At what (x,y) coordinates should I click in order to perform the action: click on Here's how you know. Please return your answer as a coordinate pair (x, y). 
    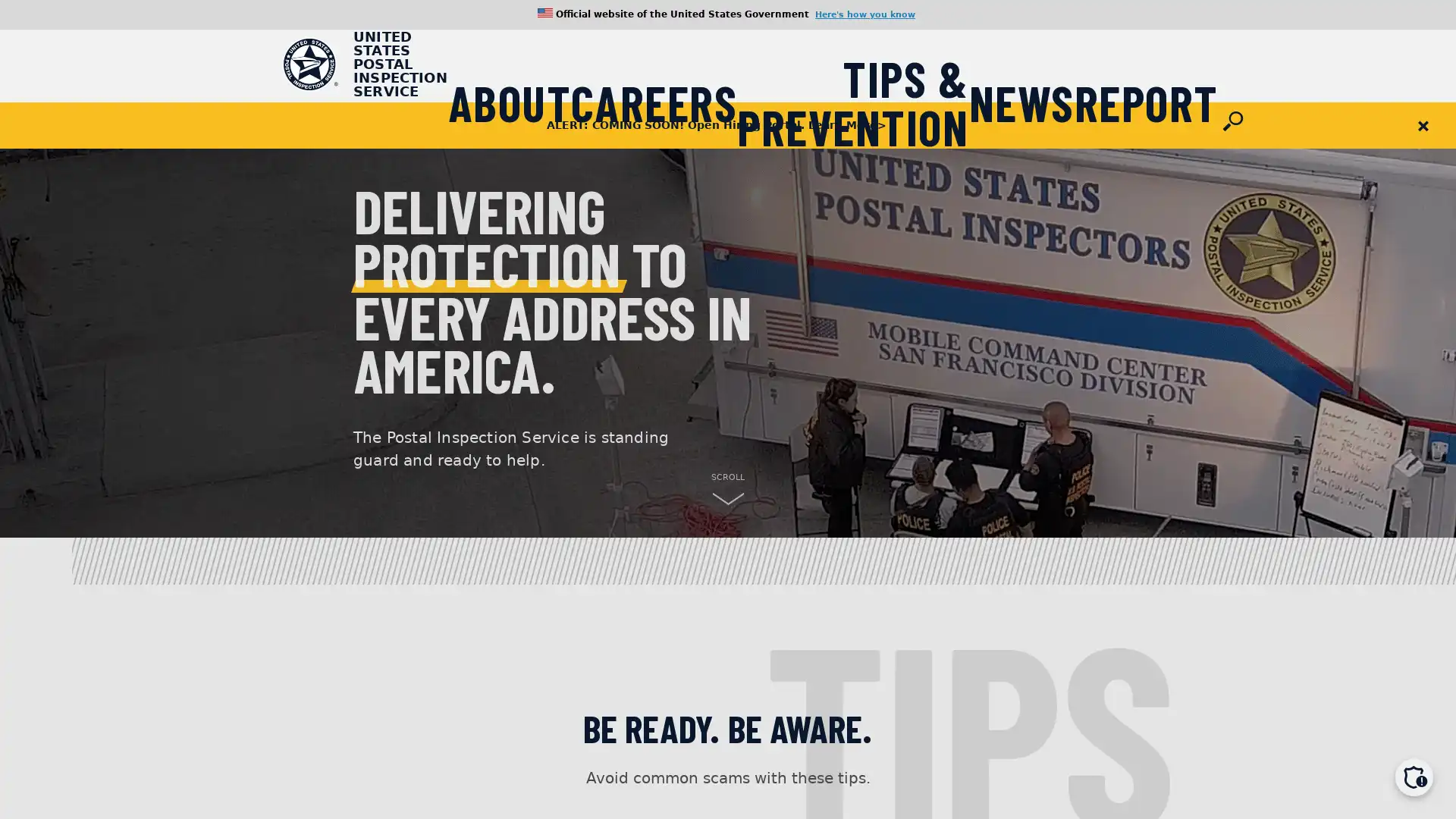
    Looking at the image, I should click on (865, 14).